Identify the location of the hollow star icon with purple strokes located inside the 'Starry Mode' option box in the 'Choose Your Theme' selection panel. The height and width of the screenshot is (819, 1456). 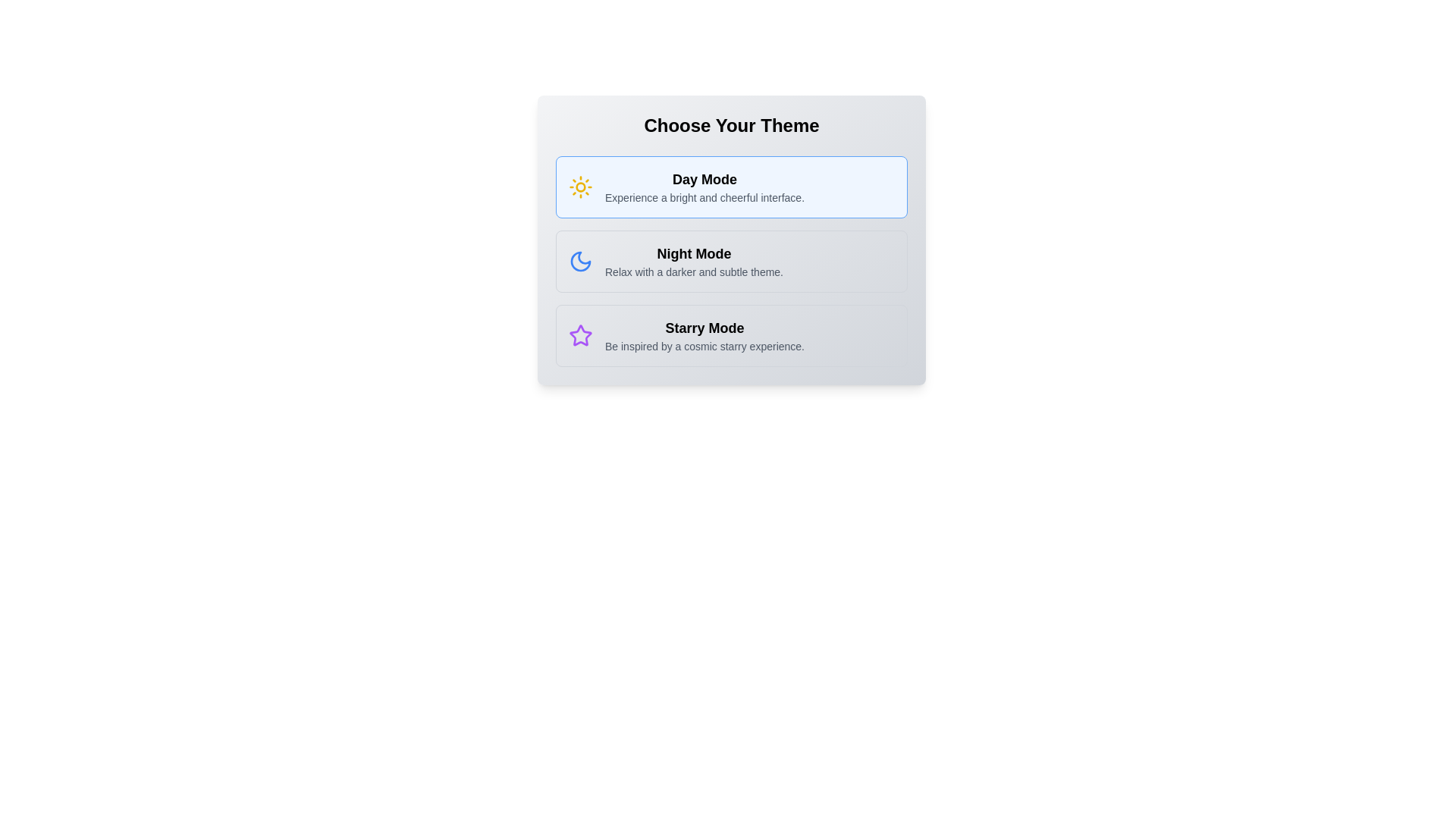
(580, 334).